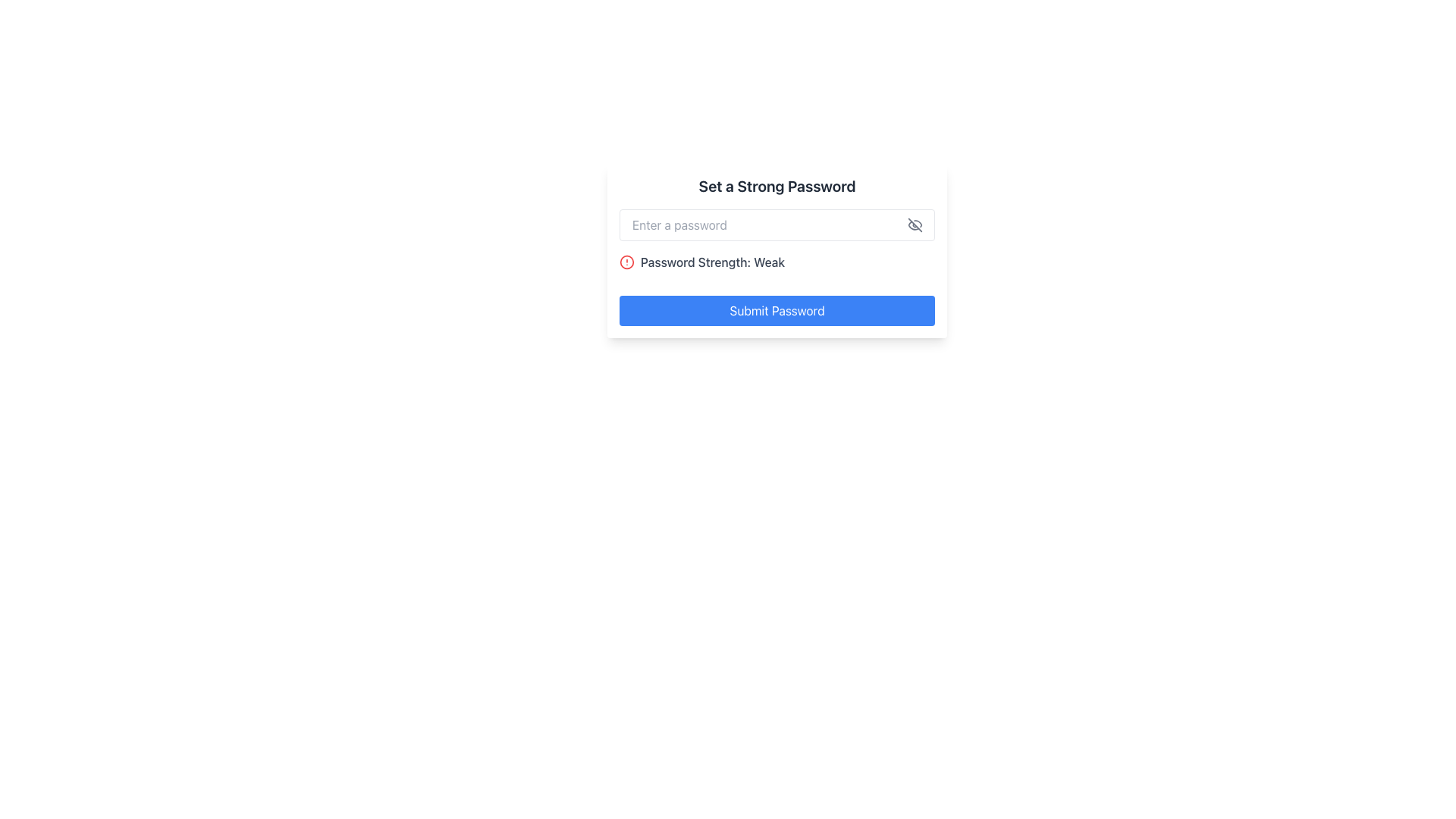 The height and width of the screenshot is (819, 1456). I want to click on the diagonal strikethrough line of the 'hide/show password' icon, so click(914, 225).